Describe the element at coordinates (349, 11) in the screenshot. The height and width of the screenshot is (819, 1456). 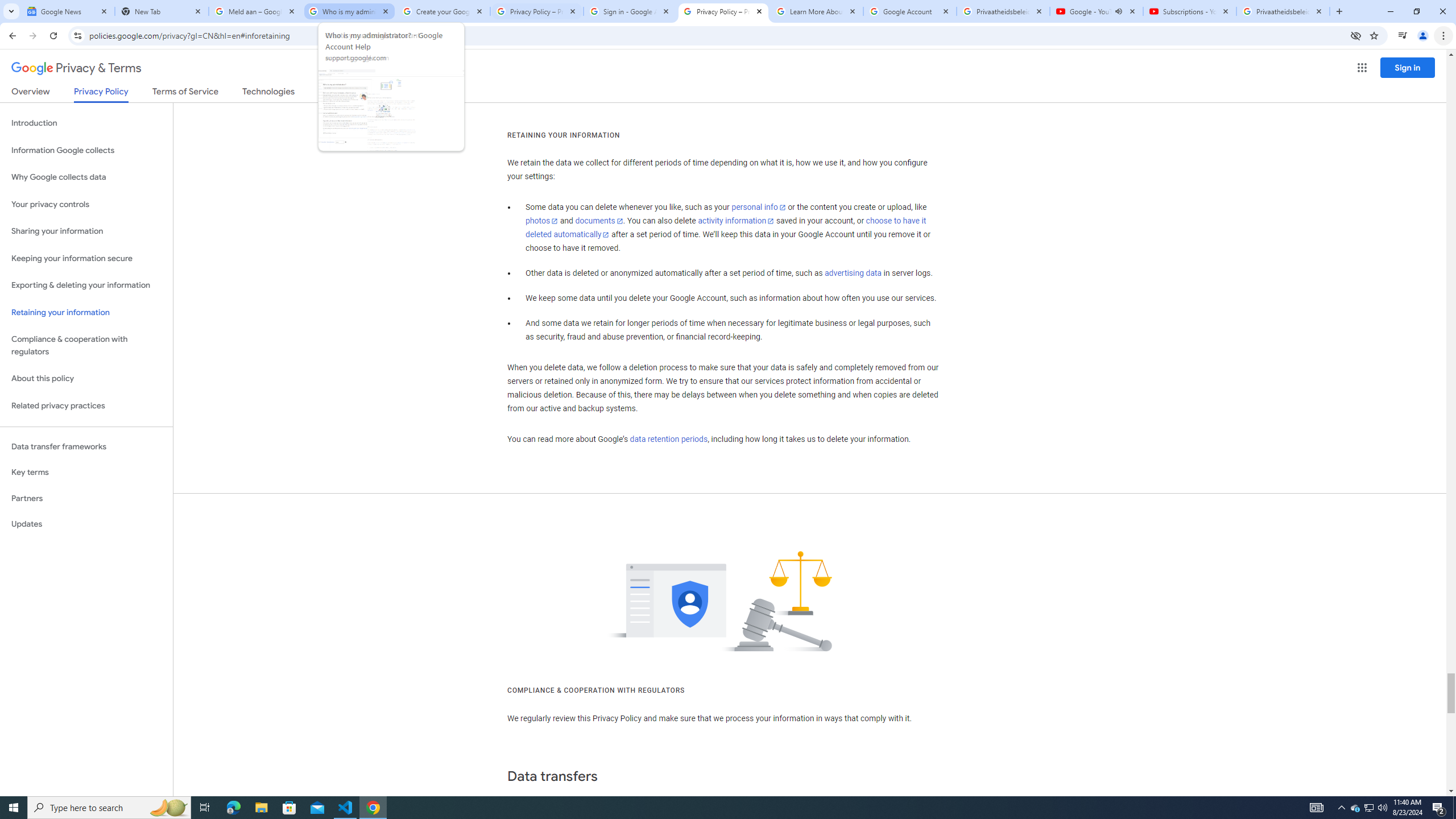
I see `'Who is my administrator? - Google Account Help'` at that location.